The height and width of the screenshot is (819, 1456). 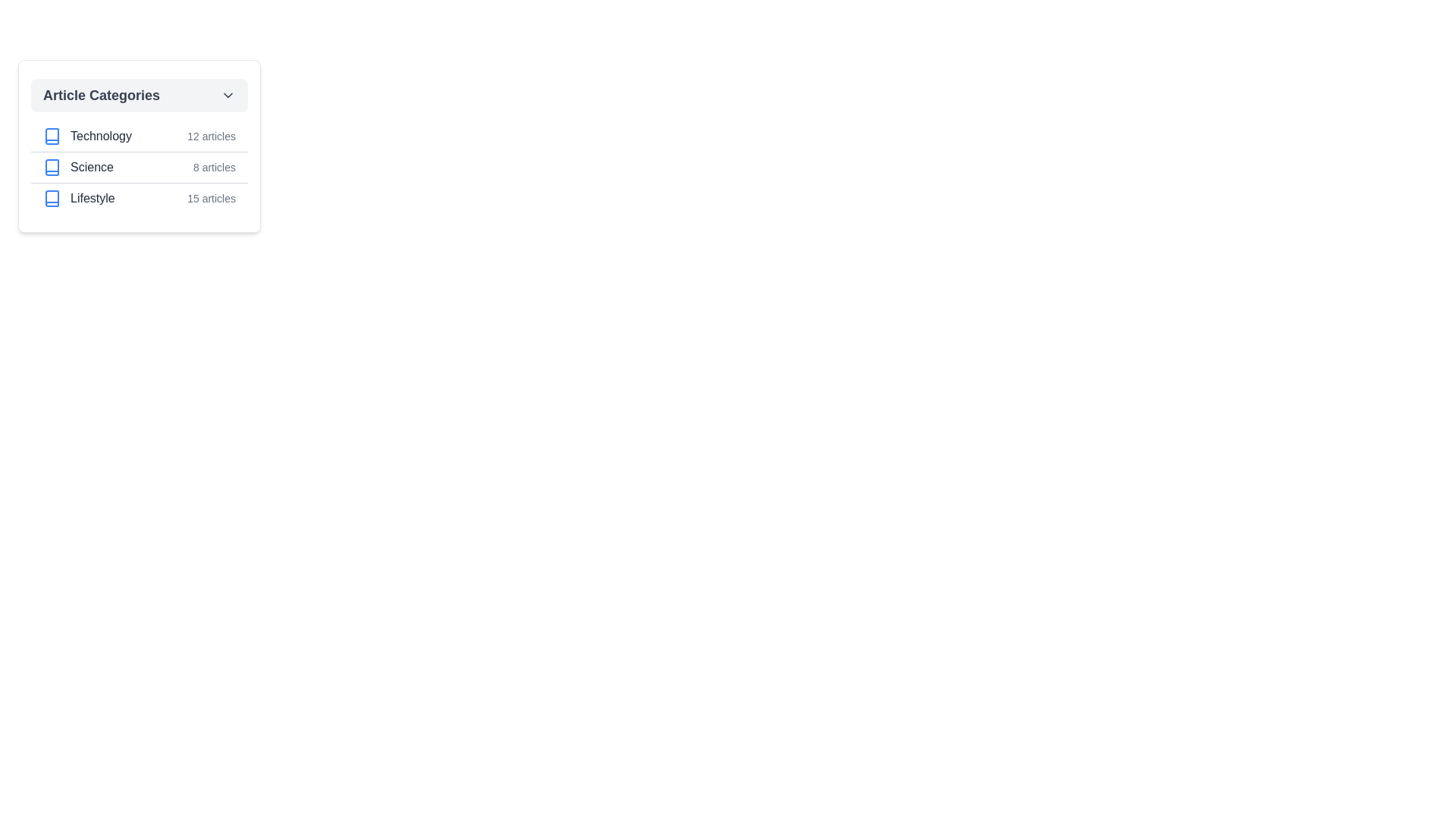 What do you see at coordinates (52, 167) in the screenshot?
I see `the blue book icon located next to the 'Science' label in the article categories panel to interpret its association` at bounding box center [52, 167].